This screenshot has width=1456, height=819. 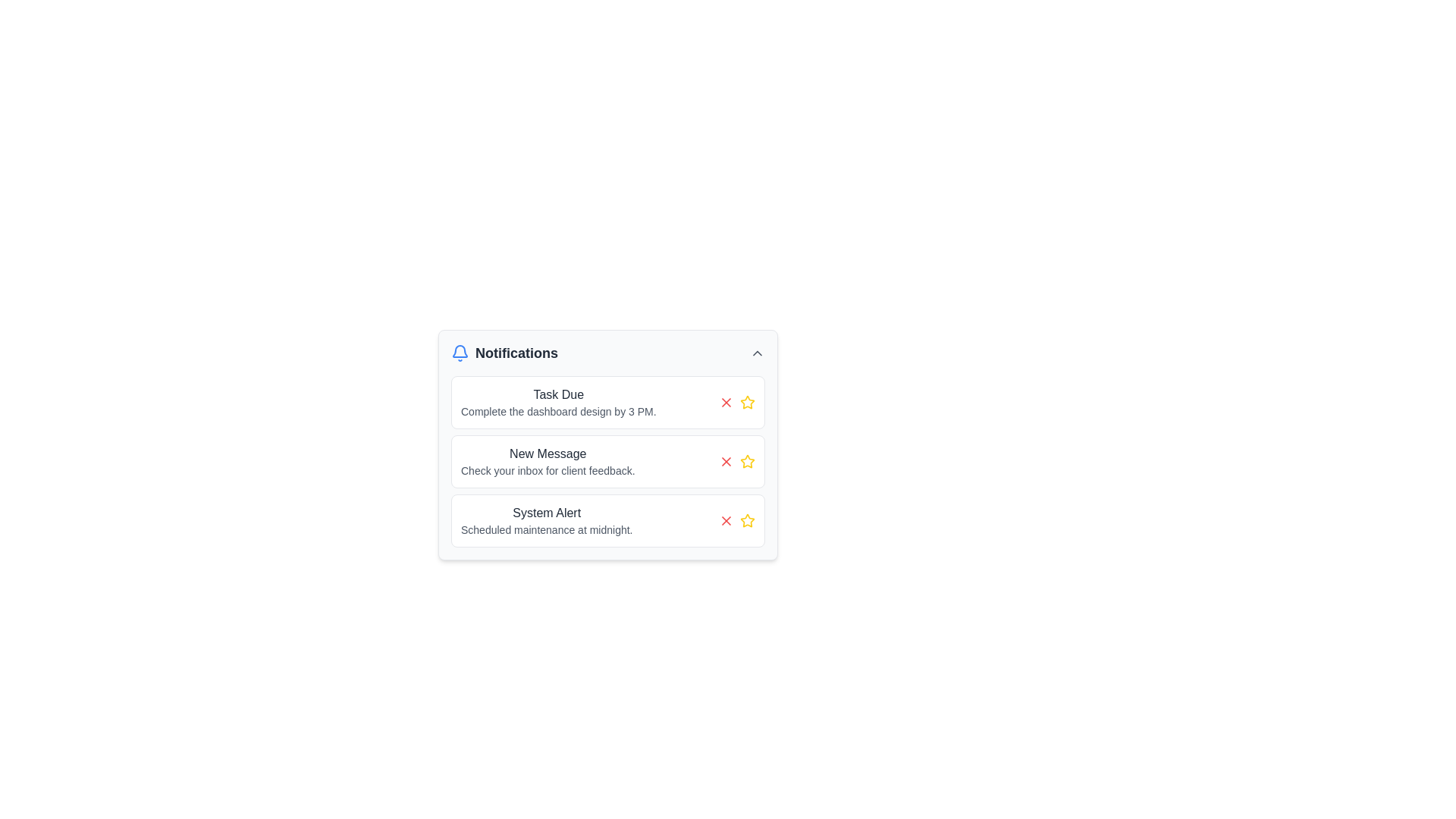 What do you see at coordinates (546, 513) in the screenshot?
I see `the 'System Alert' text label located at the top of the third notification card for possible interaction` at bounding box center [546, 513].